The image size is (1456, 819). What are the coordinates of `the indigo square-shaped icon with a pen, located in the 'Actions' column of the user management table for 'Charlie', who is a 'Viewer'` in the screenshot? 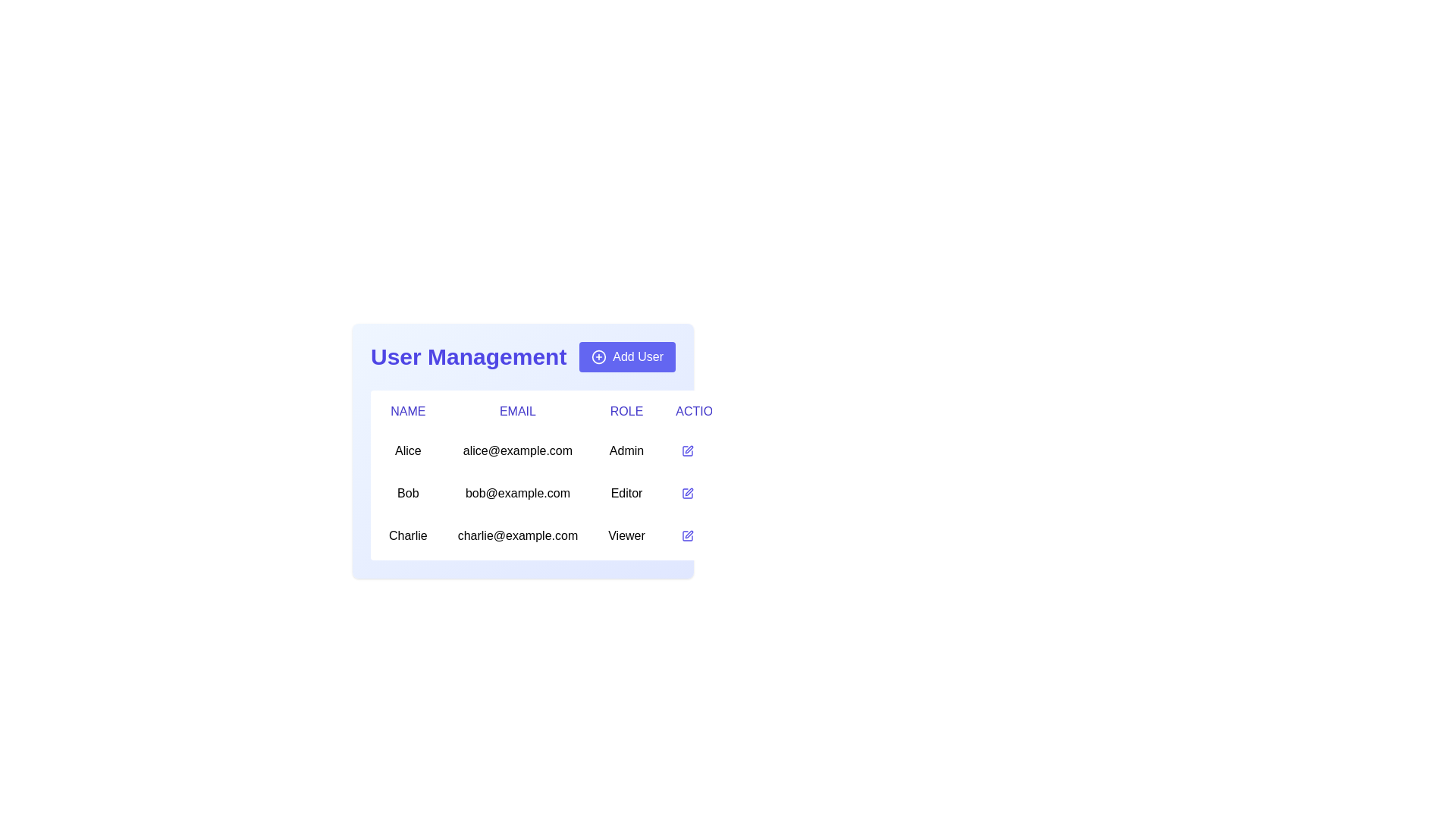 It's located at (686, 535).